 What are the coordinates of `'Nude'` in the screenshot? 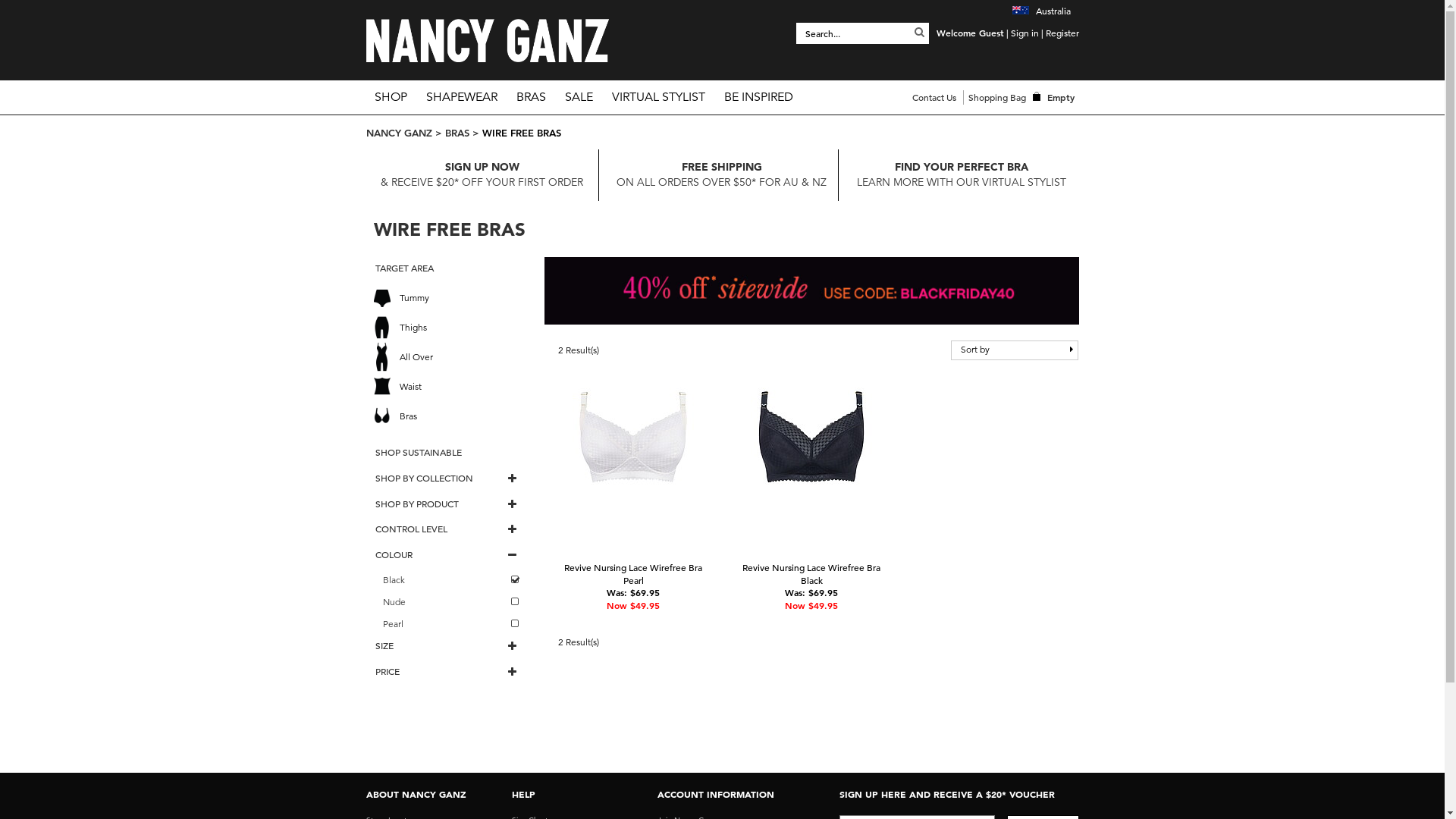 It's located at (450, 601).